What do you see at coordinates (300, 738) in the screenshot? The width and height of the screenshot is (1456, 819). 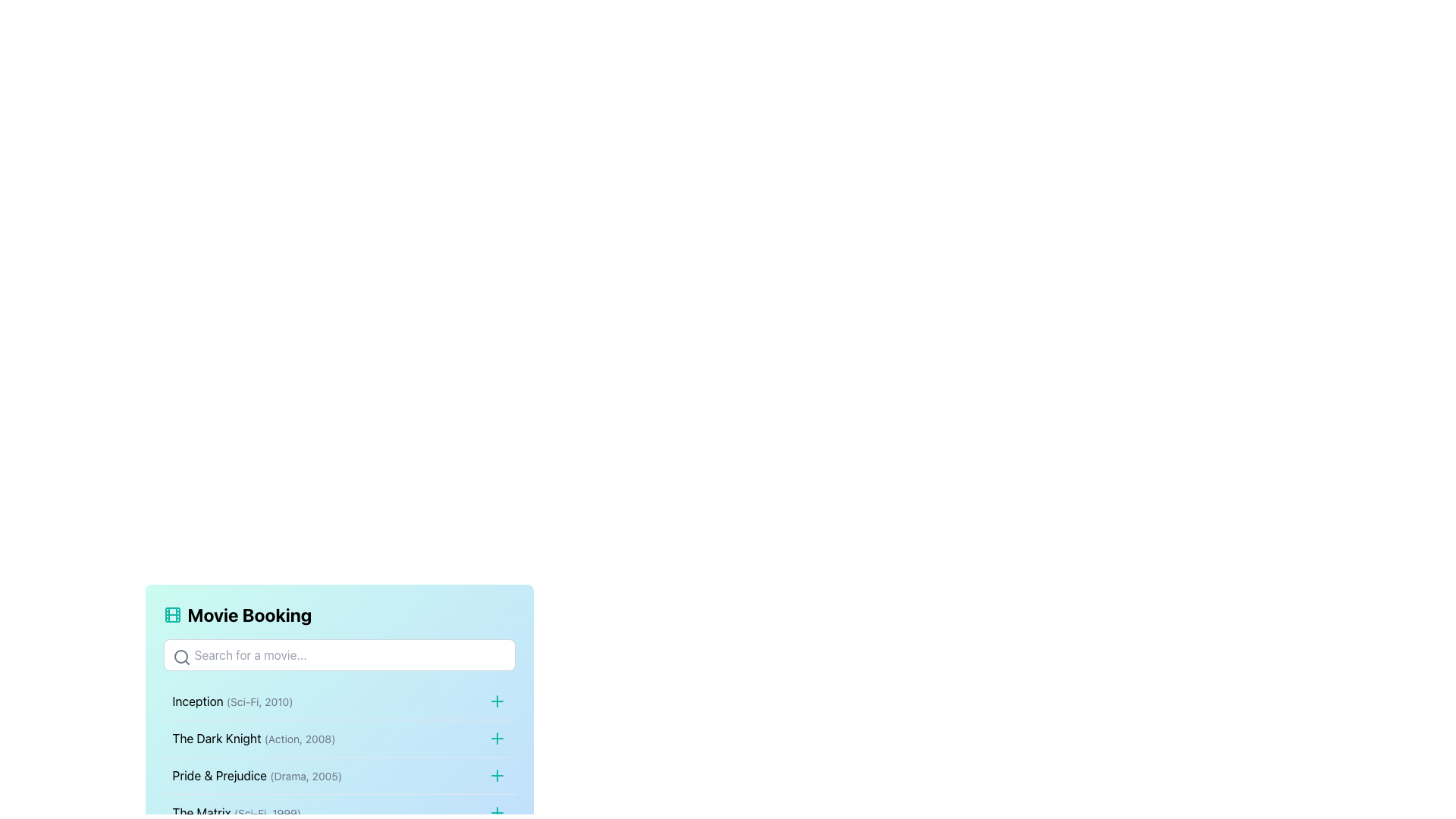 I see `text label that provides additional details about the movie, specifically its genre and release year, located to the right of 'The Dark Knight'` at bounding box center [300, 738].